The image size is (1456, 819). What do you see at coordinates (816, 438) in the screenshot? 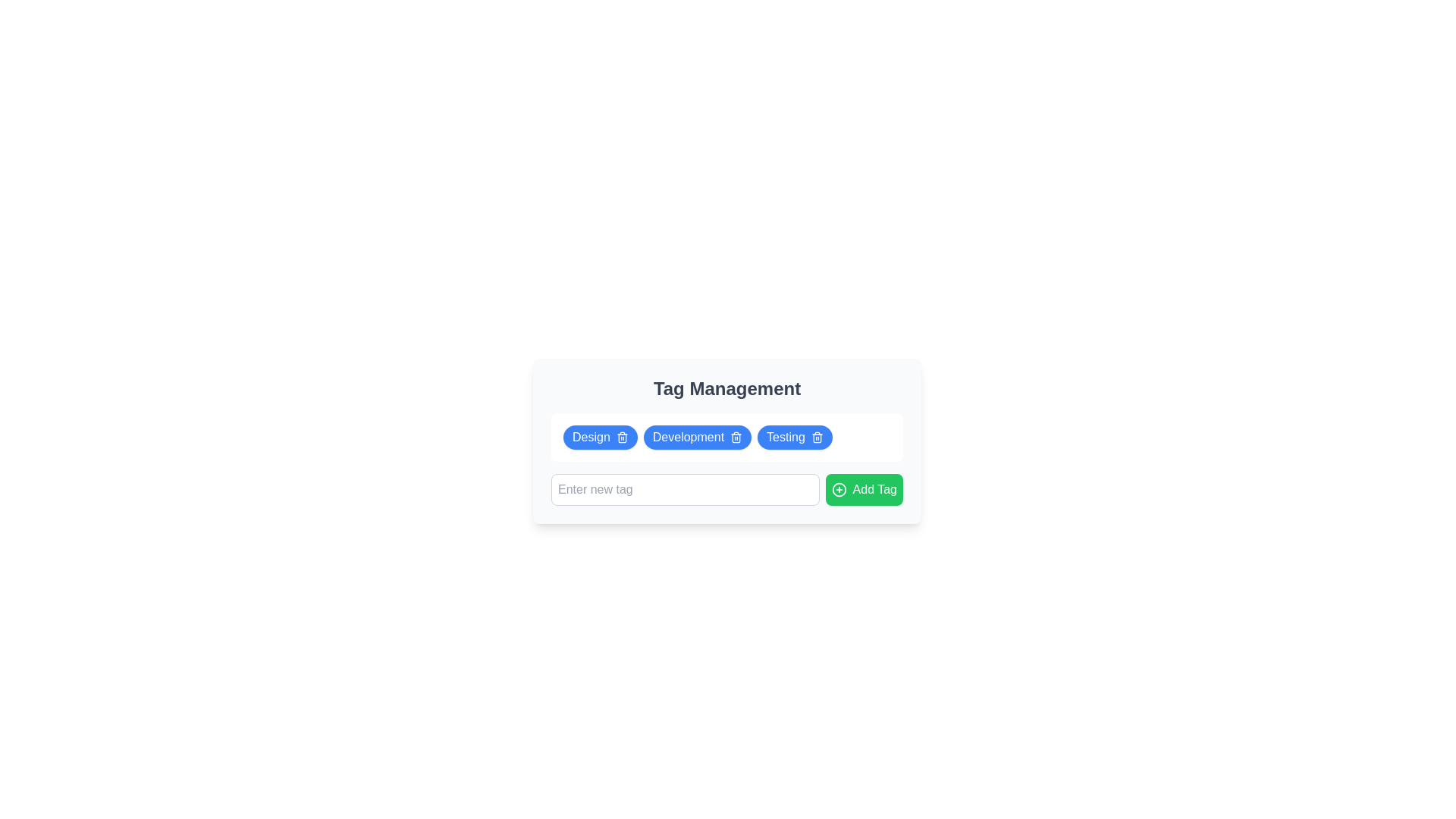
I see `the small square icon resembling a trash can, which has a white outline against a blue background, located next to the 'Testing' label` at bounding box center [816, 438].